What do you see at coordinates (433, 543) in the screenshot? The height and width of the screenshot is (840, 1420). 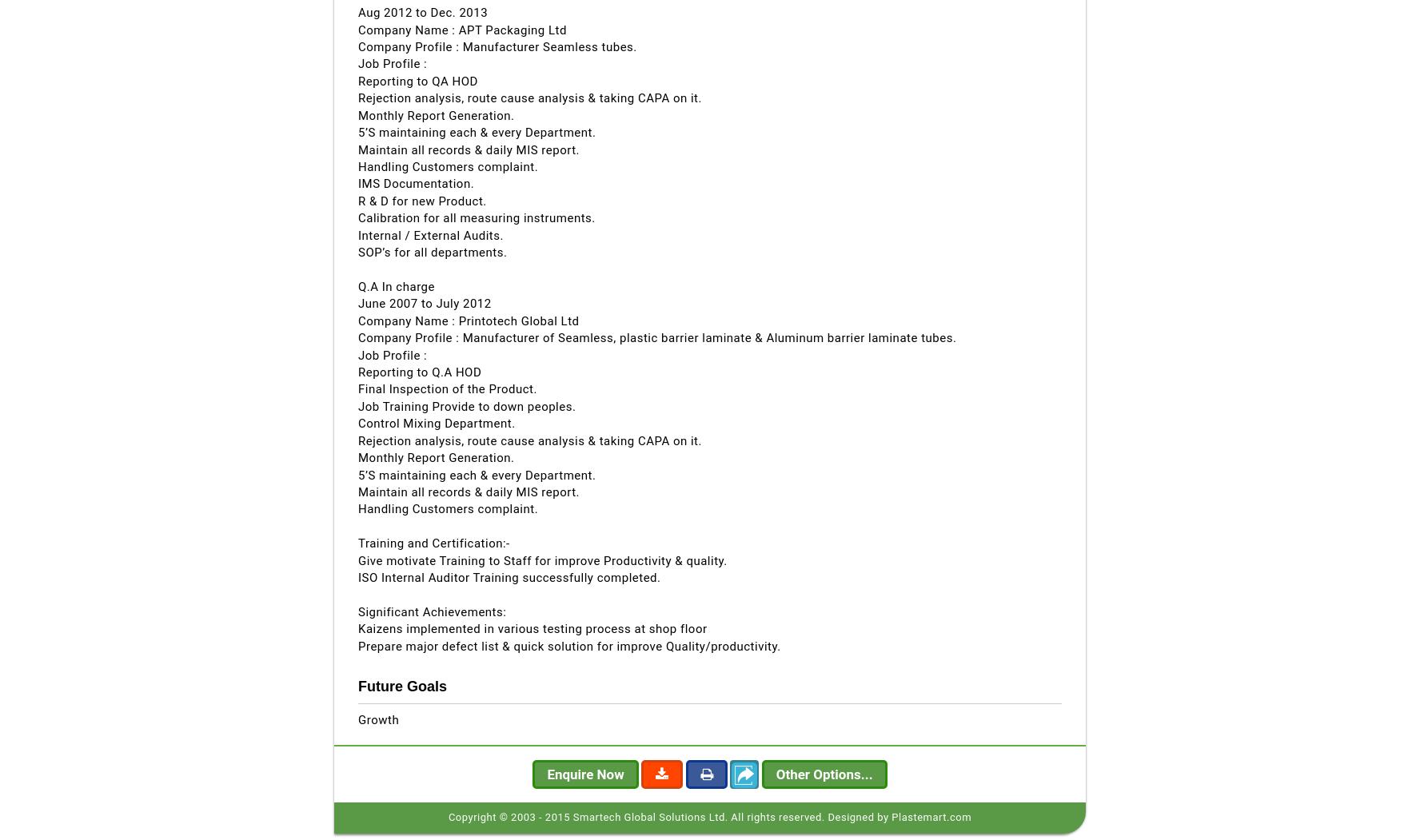 I see `'Training and Certification:-'` at bounding box center [433, 543].